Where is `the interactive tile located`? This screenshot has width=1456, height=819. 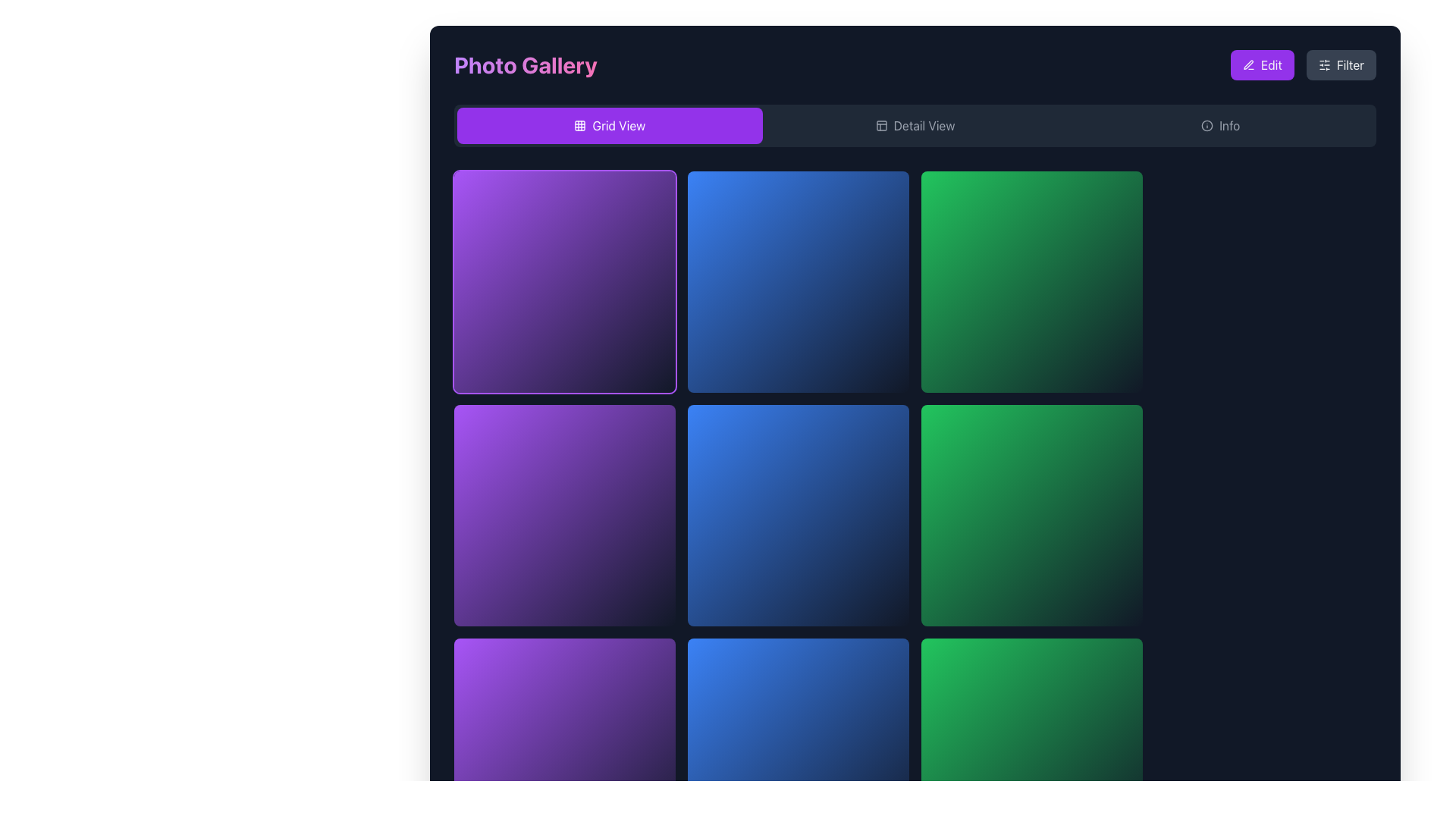
the interactive tile located is located at coordinates (1031, 514).